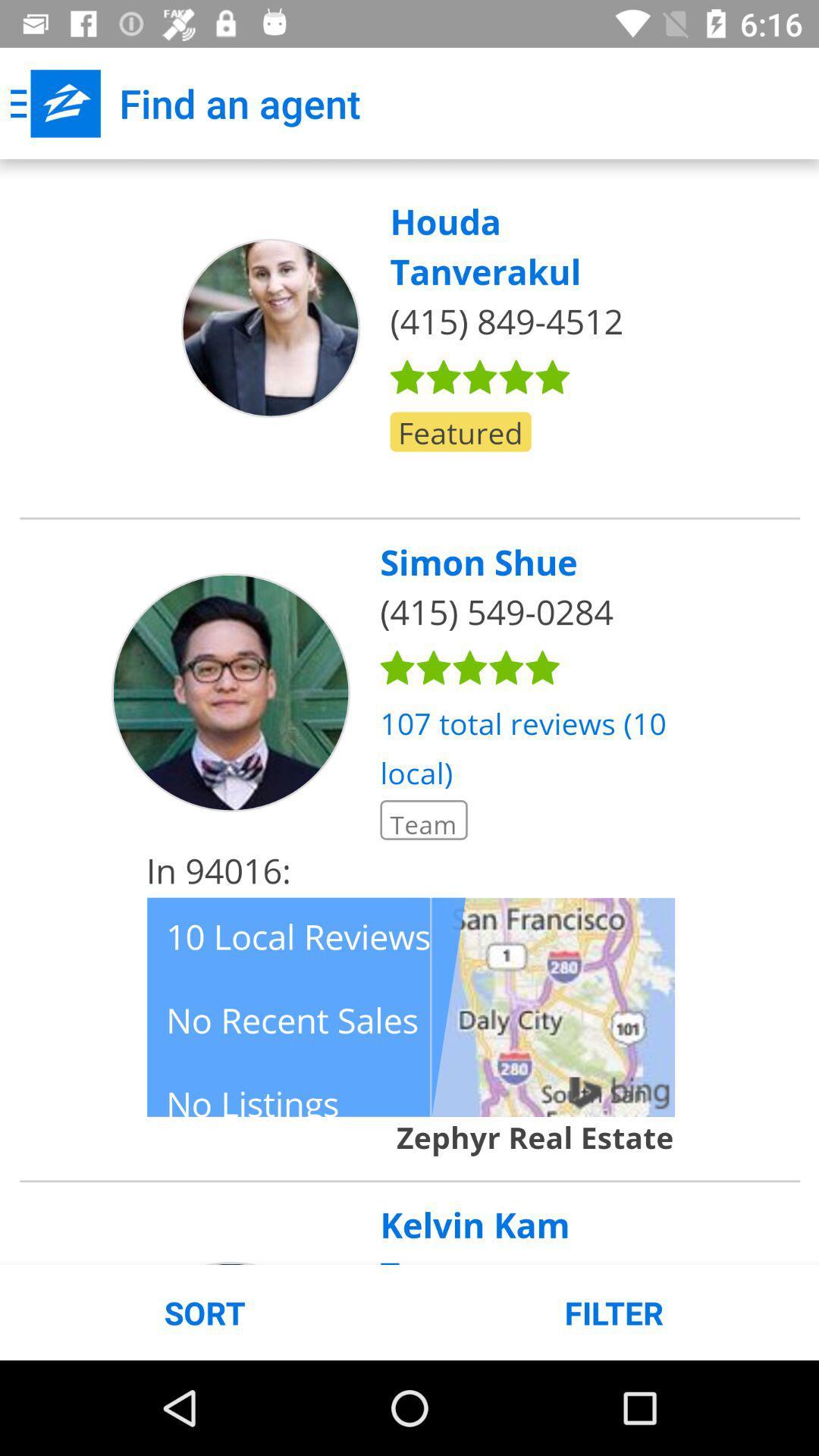 The image size is (819, 1456). Describe the element at coordinates (409, 711) in the screenshot. I see `read reviews` at that location.